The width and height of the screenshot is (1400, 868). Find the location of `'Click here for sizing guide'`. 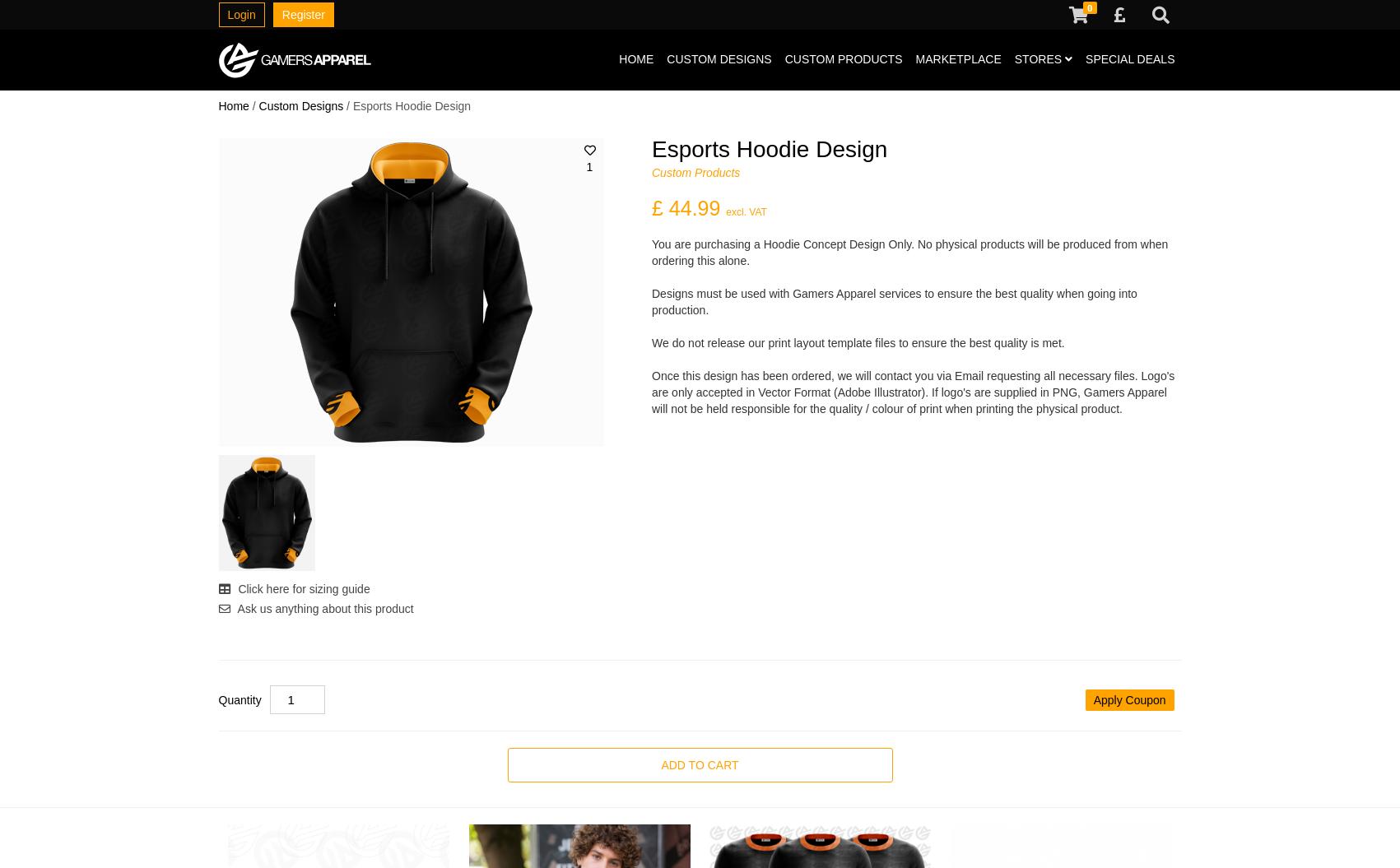

'Click here for sizing guide' is located at coordinates (301, 589).